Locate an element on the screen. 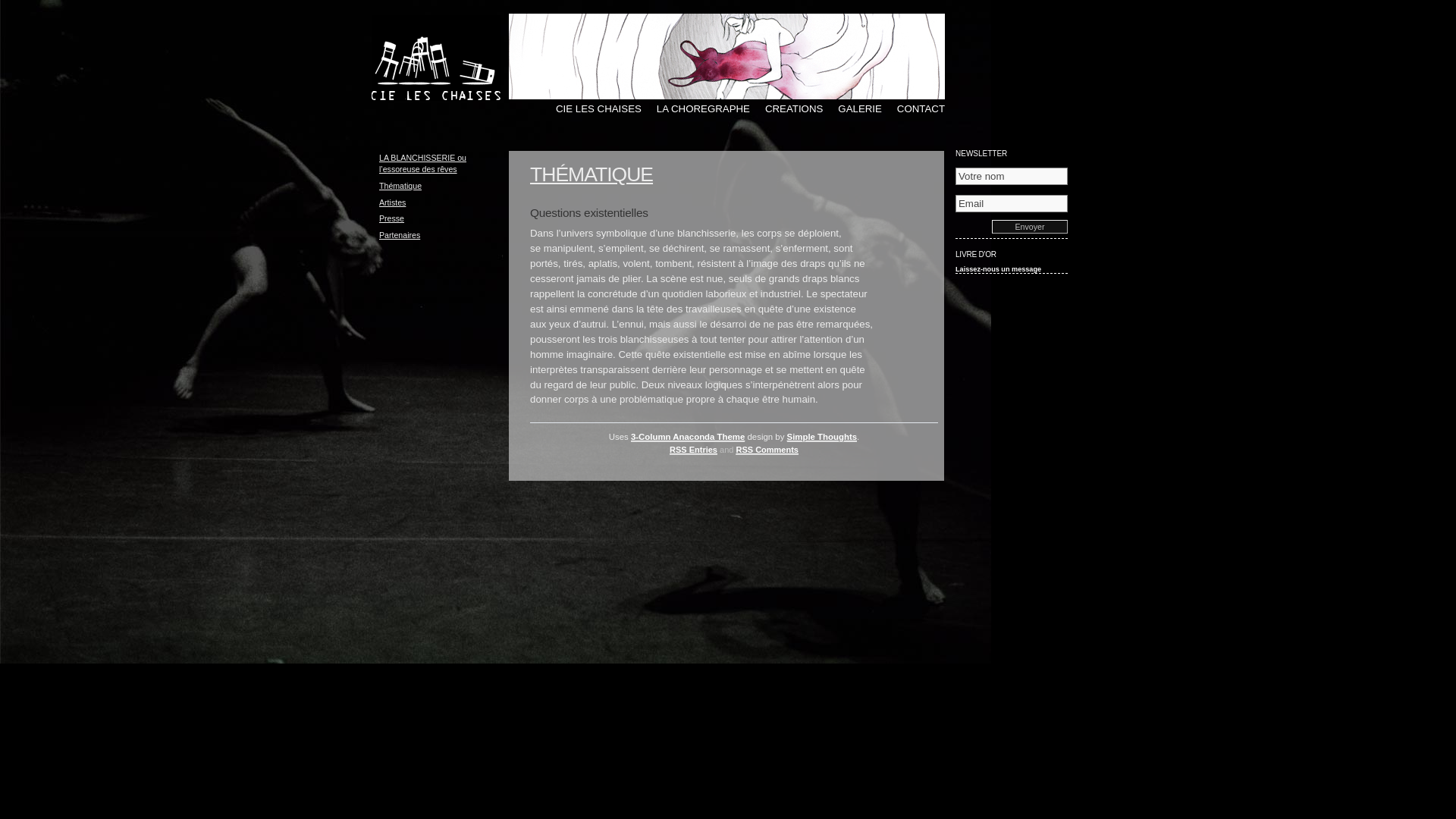  'Partenaires' is located at coordinates (400, 234).